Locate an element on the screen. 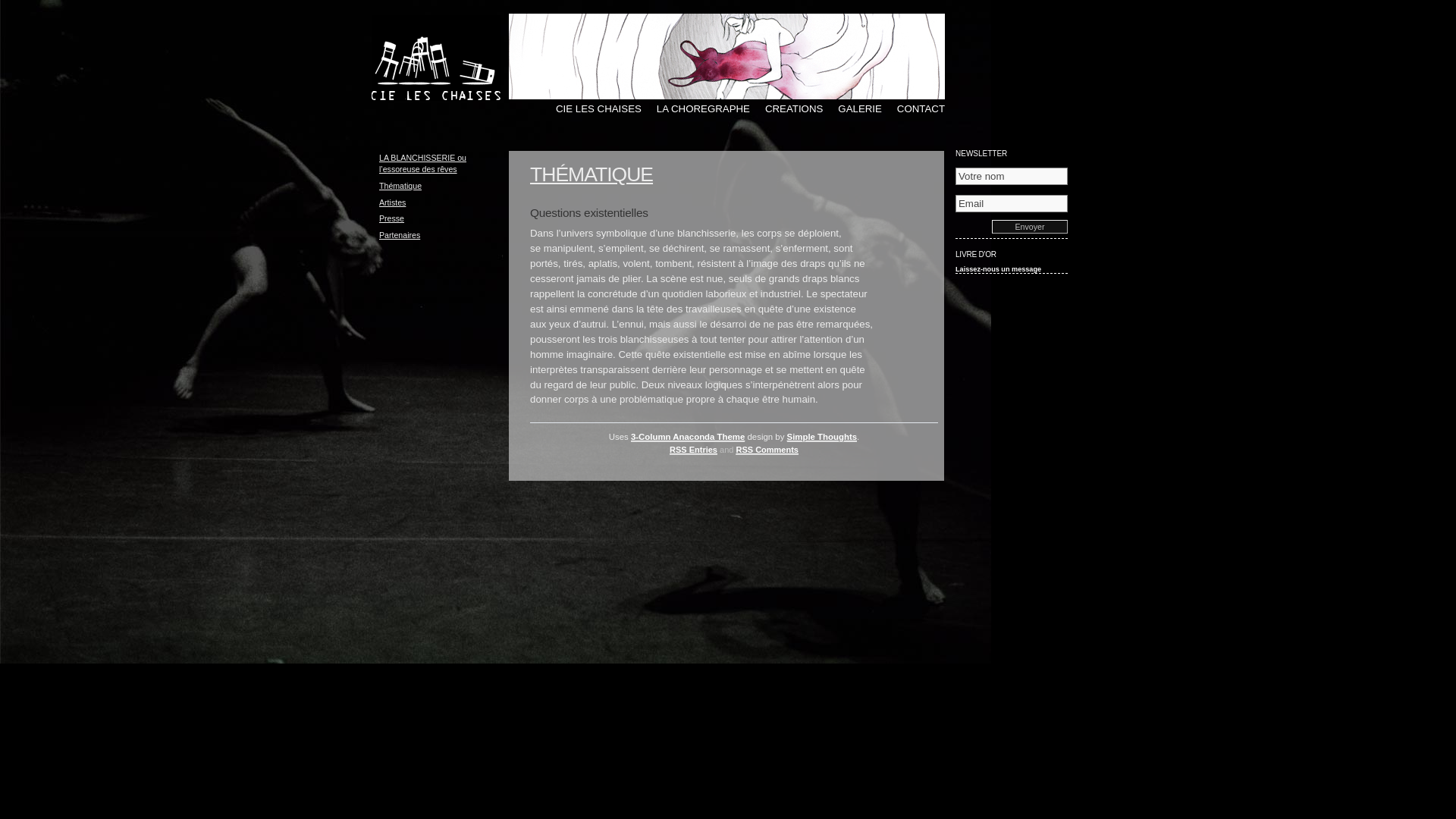  'Partenaires' is located at coordinates (400, 234).